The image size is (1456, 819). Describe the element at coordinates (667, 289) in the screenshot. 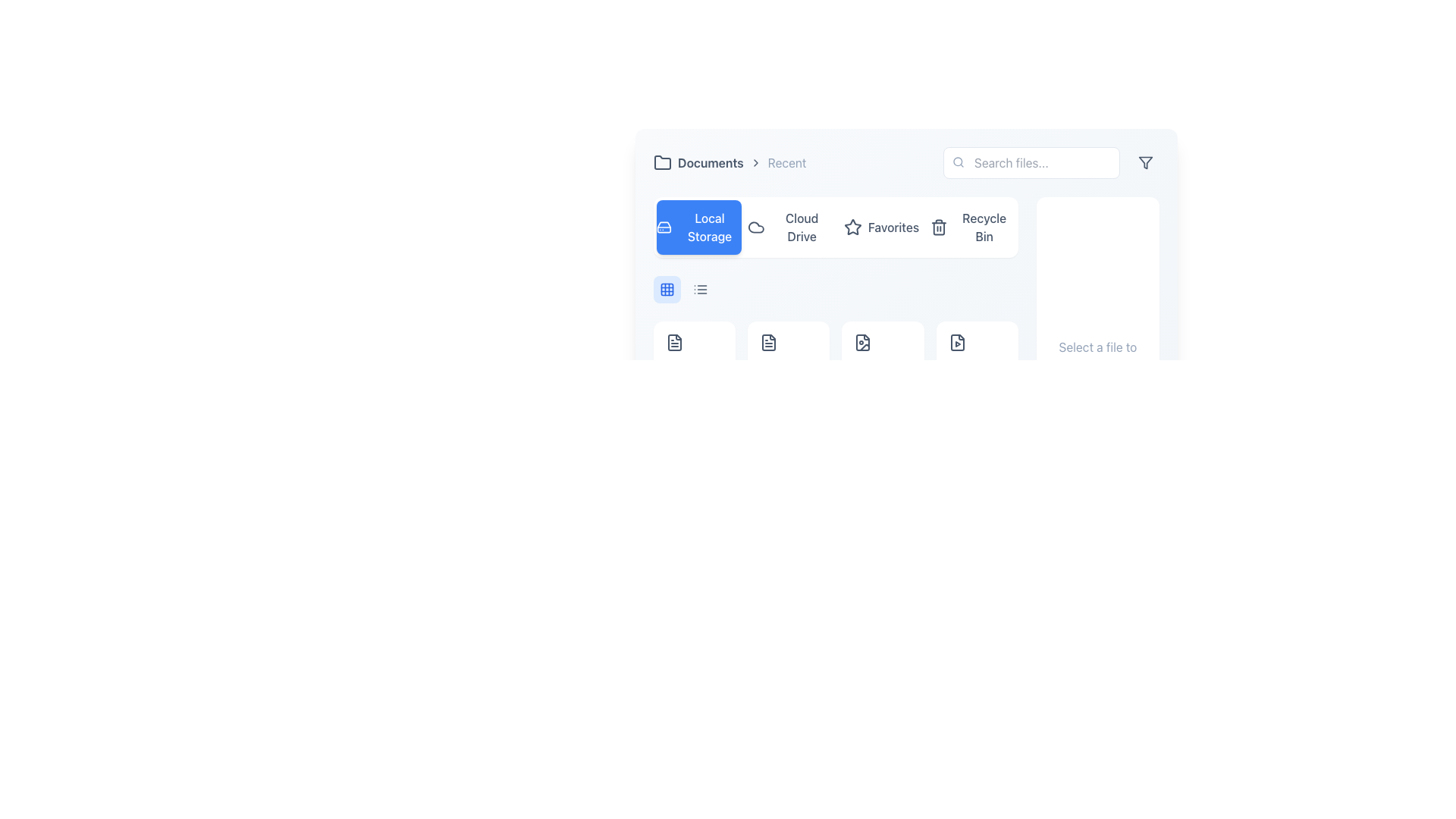

I see `the grid layout toggle button located in the toolbar area, which is the first button on the left in a set of two toggle buttons` at that location.